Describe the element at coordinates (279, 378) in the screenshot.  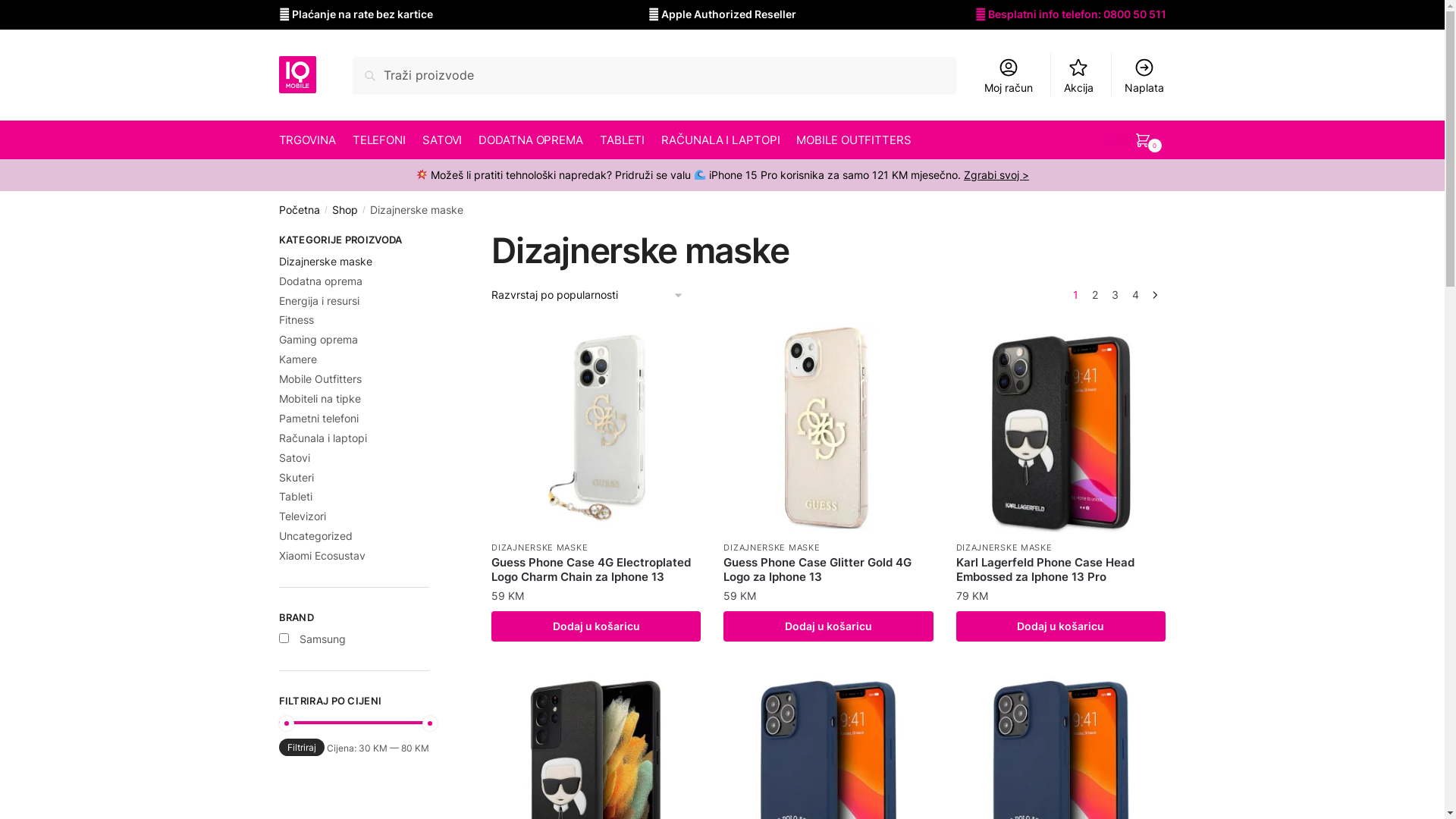
I see `'Mobile Outfitters'` at that location.